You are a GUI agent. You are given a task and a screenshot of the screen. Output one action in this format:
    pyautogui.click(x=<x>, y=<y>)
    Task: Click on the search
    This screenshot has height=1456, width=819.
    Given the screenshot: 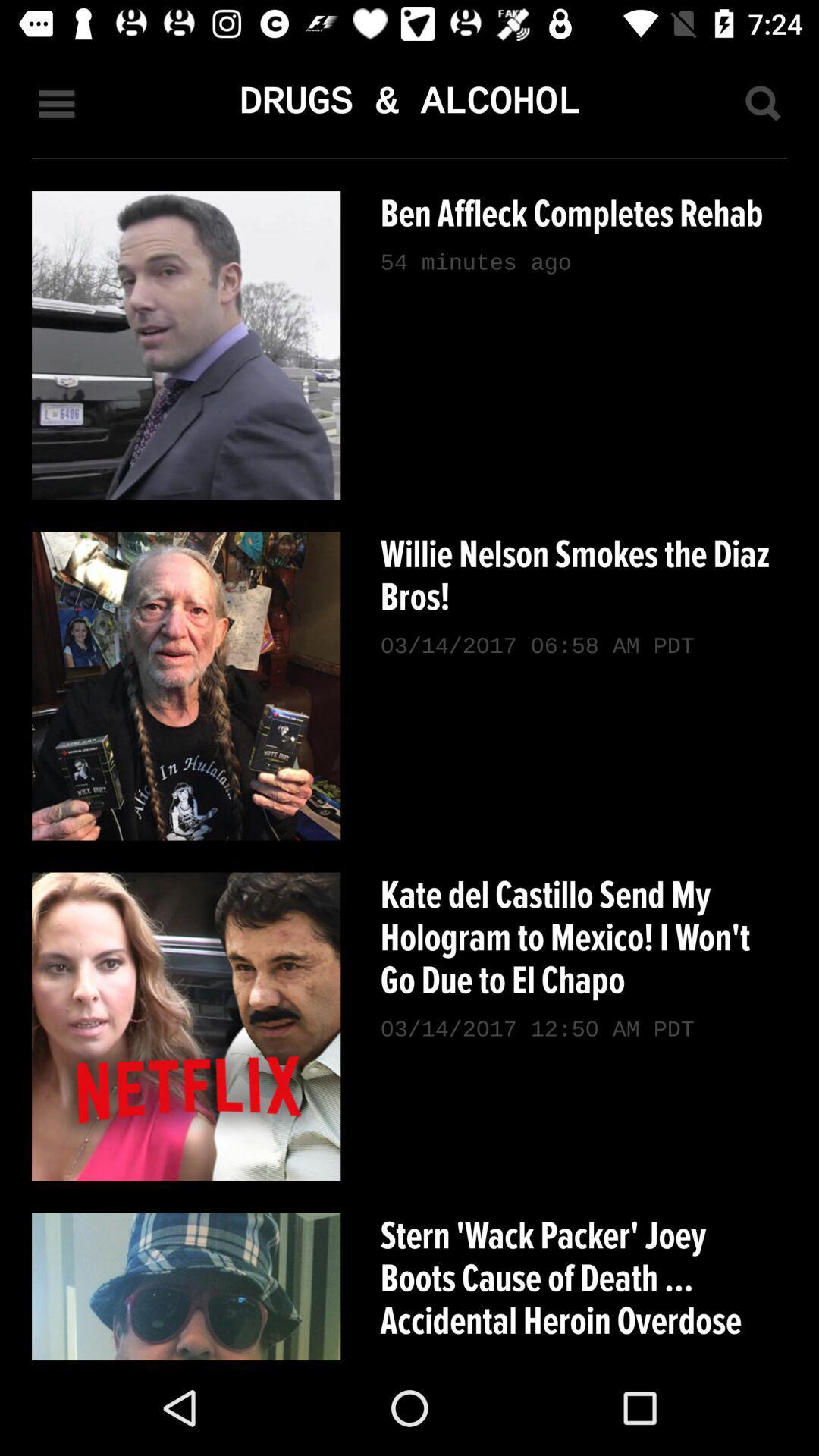 What is the action you would take?
    pyautogui.click(x=762, y=102)
    